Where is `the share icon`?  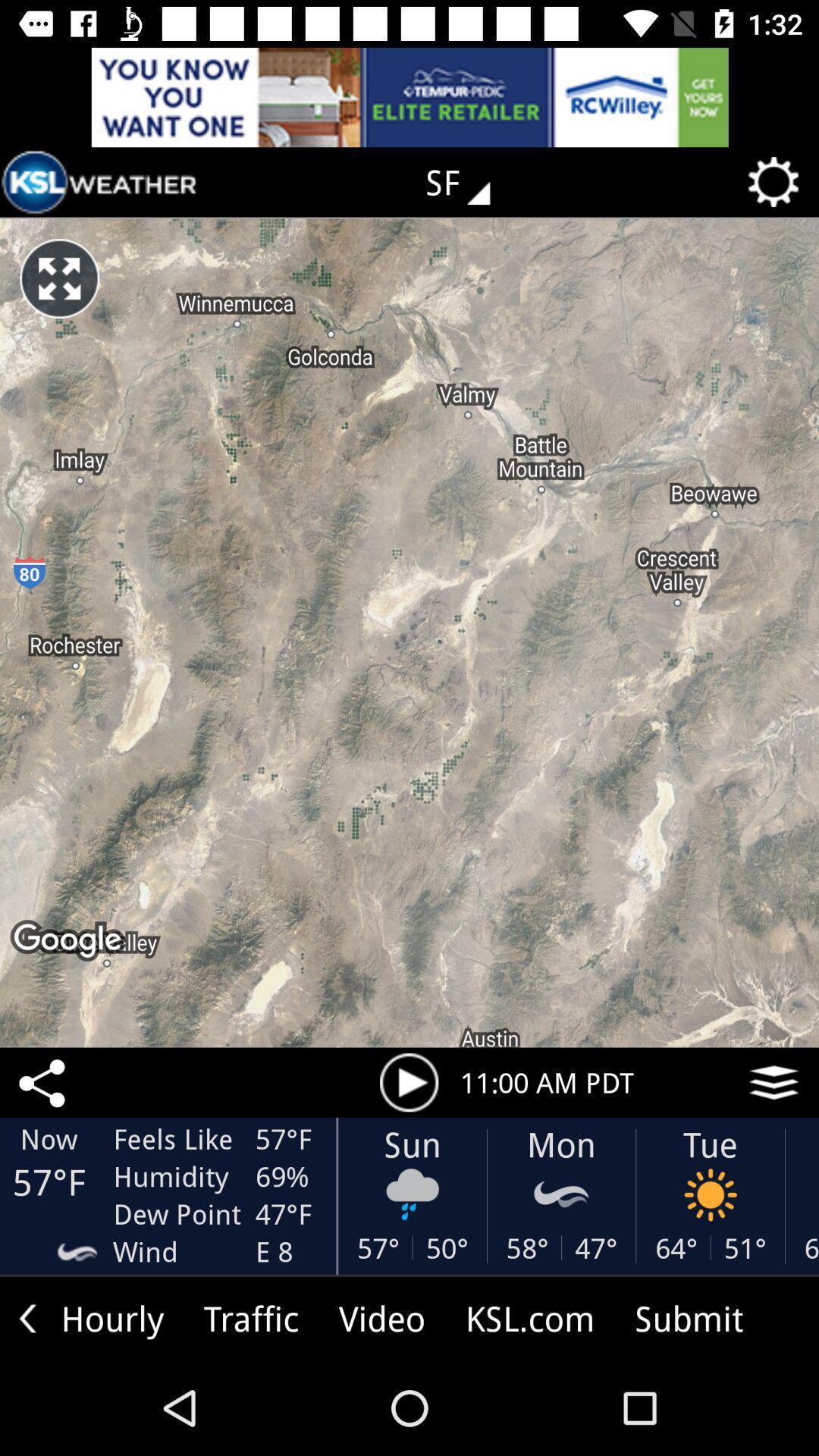
the share icon is located at coordinates (44, 1081).